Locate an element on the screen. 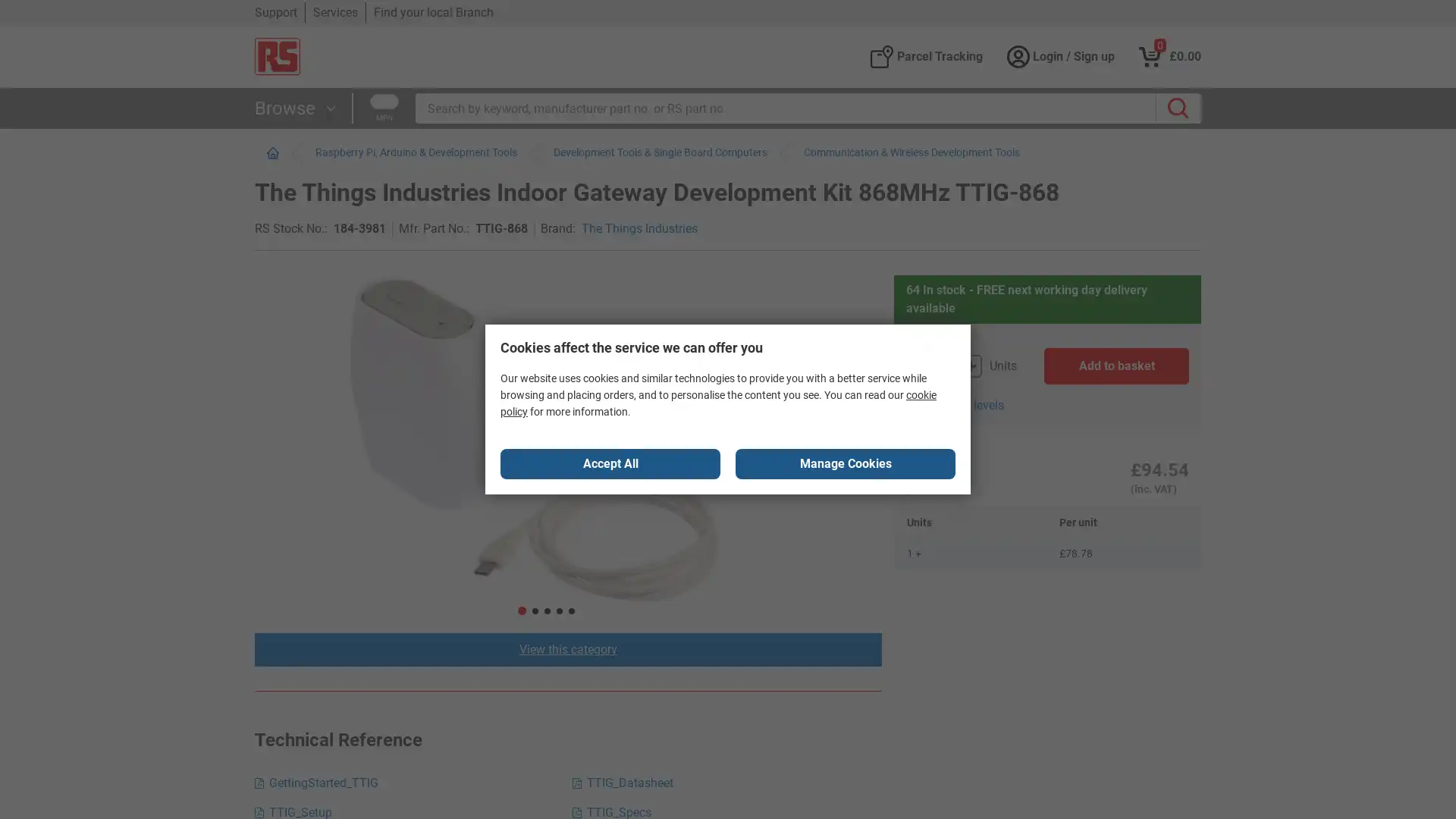 Image resolution: width=1456 pixels, height=819 pixels. Manage Cookies is located at coordinates (844, 463).